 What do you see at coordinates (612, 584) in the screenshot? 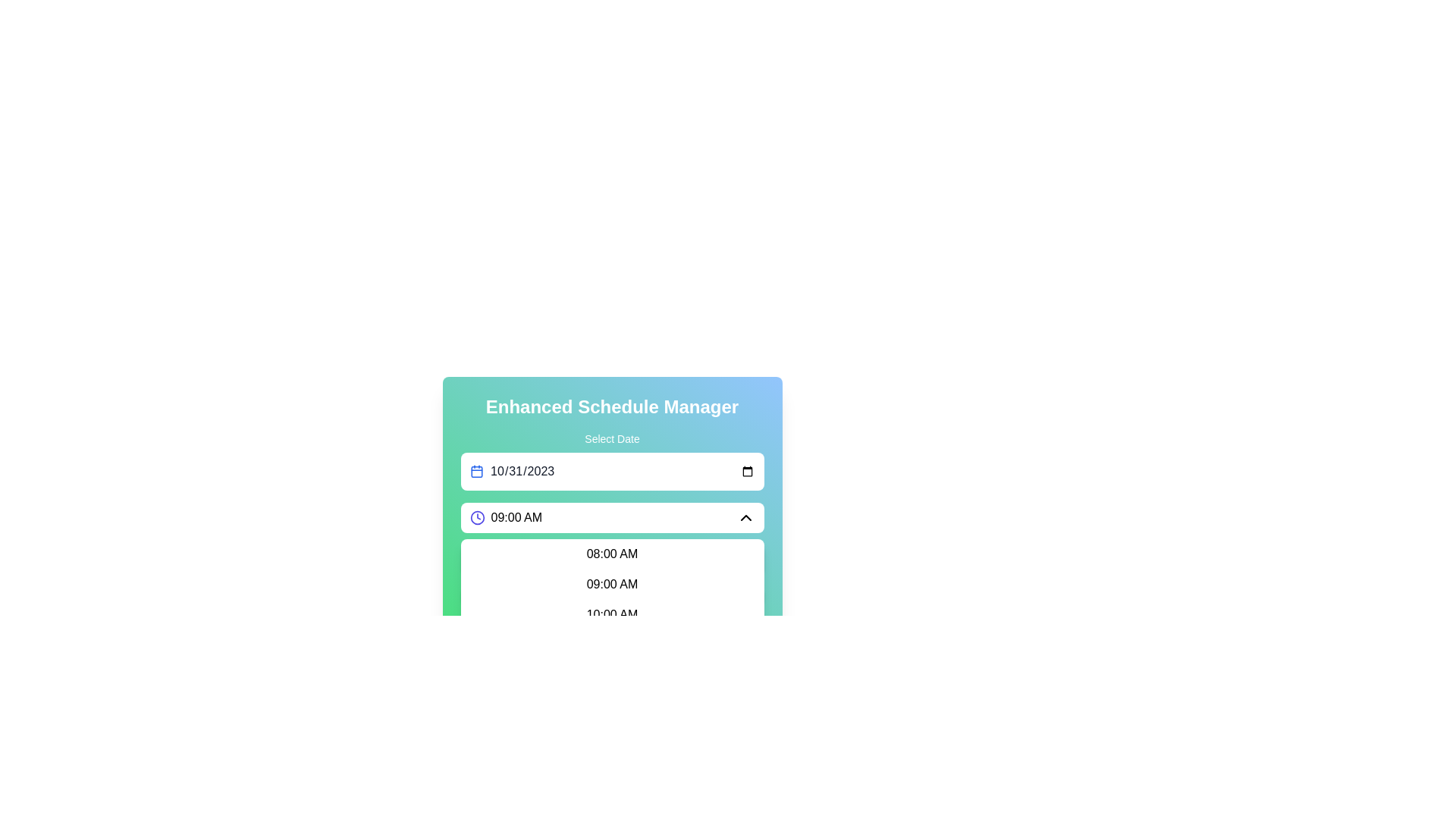
I see `the '09:00 AM' time selection item in the dropdown menu of the 'Schedule Manager' interface` at bounding box center [612, 584].